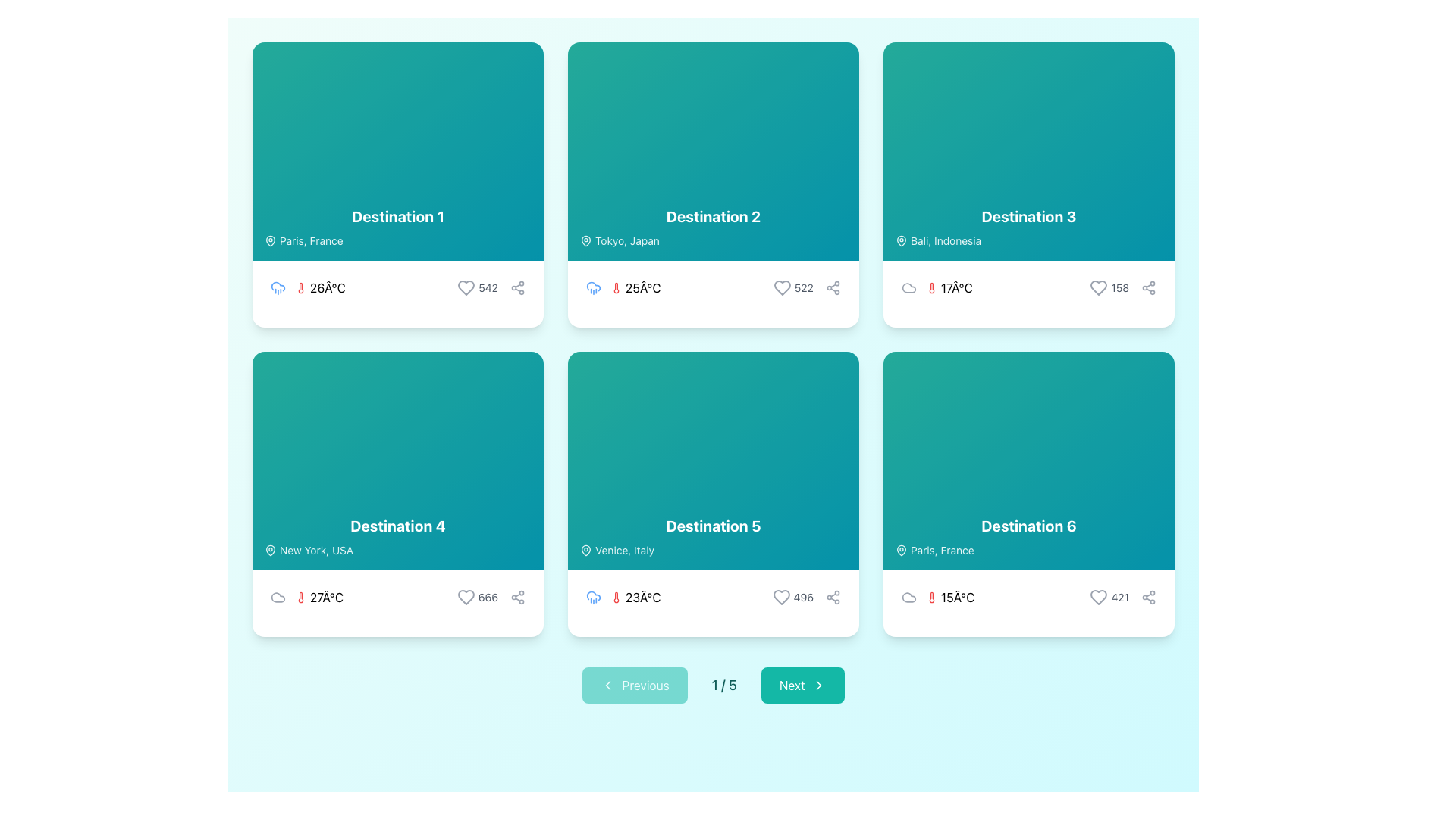 The image size is (1456, 819). Describe the element at coordinates (806, 288) in the screenshot. I see `the Text Indicator displaying '522' located in the second card for 'Destination 2', positioned at the bottom right corner next to the heart icon and the share icon` at that location.